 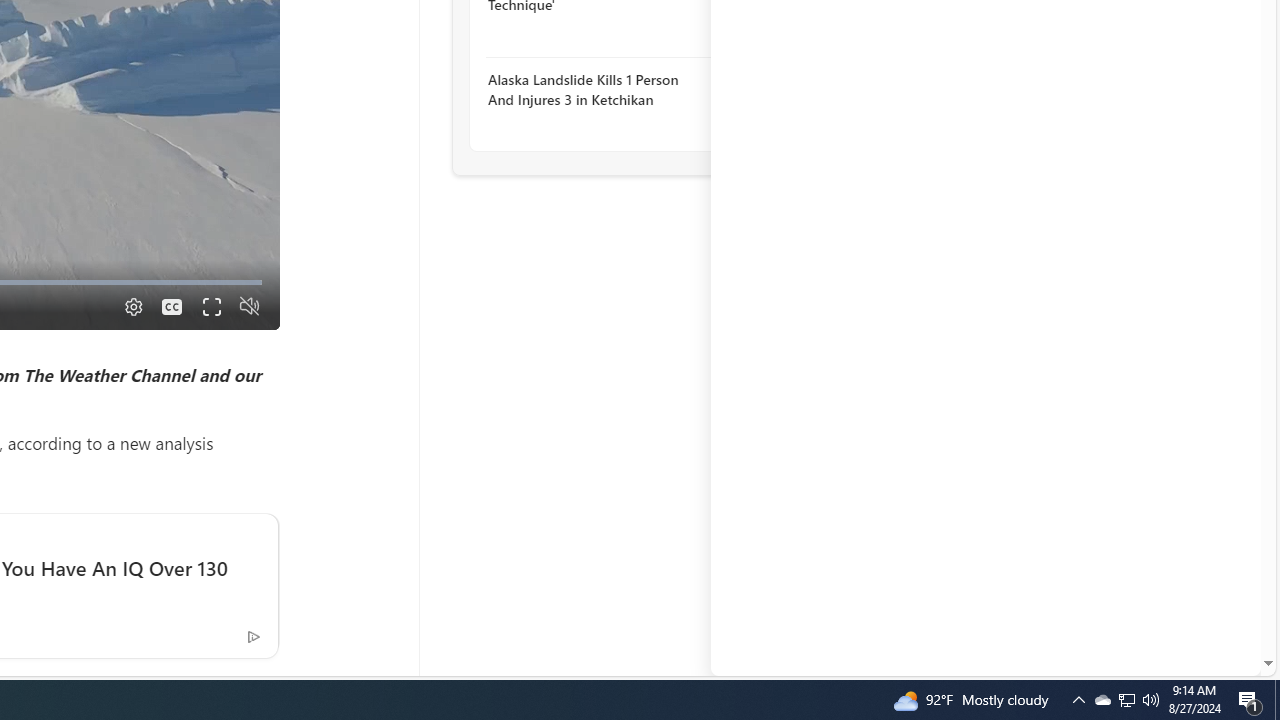 What do you see at coordinates (595, 88) in the screenshot?
I see `'Alaska Landslide Kills 1 Person And Injures 3 in Ketchikan'` at bounding box center [595, 88].